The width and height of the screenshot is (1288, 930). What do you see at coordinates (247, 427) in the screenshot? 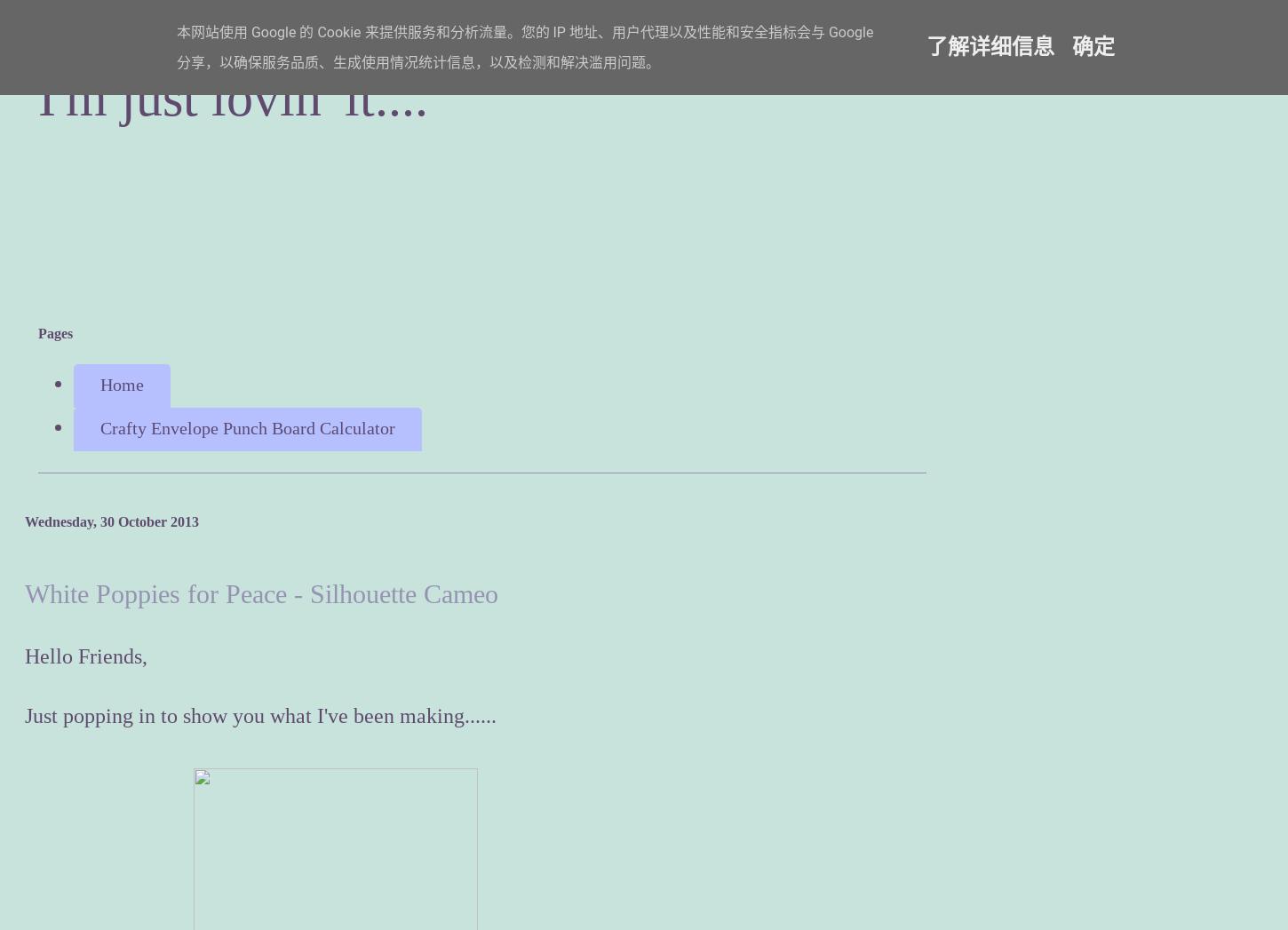
I see `'Crafty Envelope Punch Board Calculator'` at bounding box center [247, 427].